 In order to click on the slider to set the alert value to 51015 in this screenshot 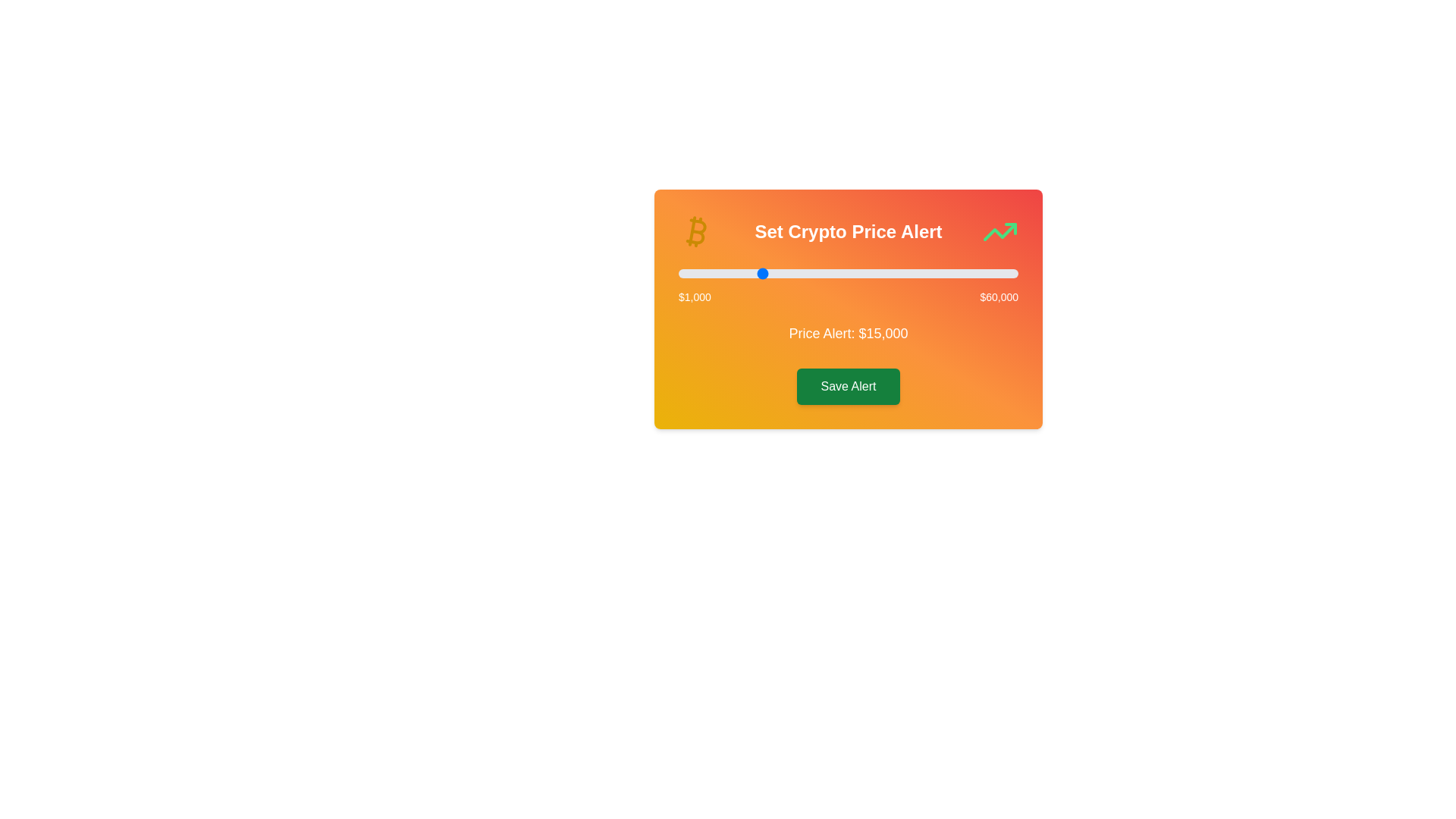, I will do `click(965, 274)`.